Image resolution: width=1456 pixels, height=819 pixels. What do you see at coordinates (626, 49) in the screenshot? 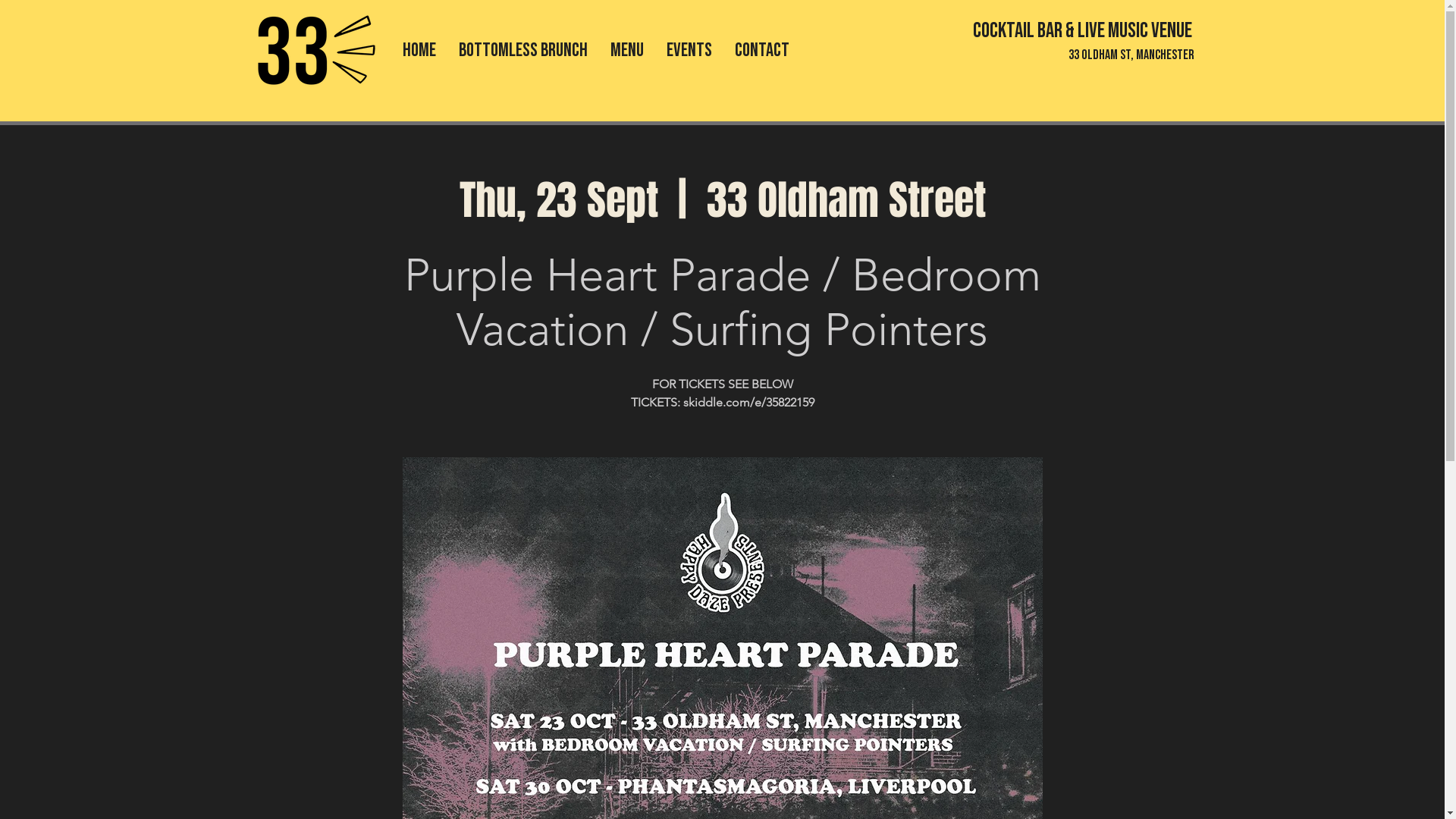
I see `'MENU'` at bounding box center [626, 49].